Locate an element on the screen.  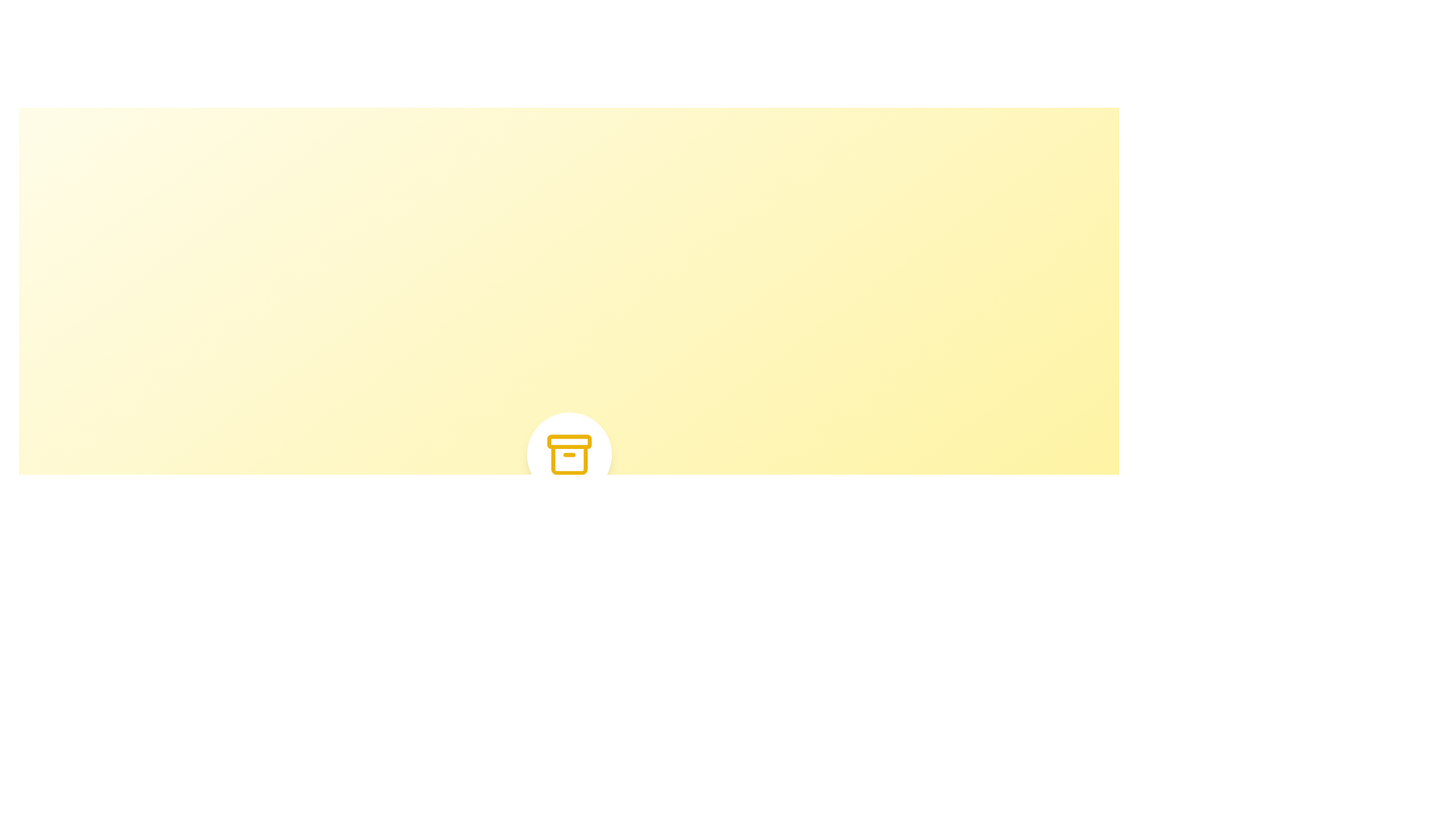
the archive icon, which is centrally located within a white circular background on a light yellow background is located at coordinates (568, 454).